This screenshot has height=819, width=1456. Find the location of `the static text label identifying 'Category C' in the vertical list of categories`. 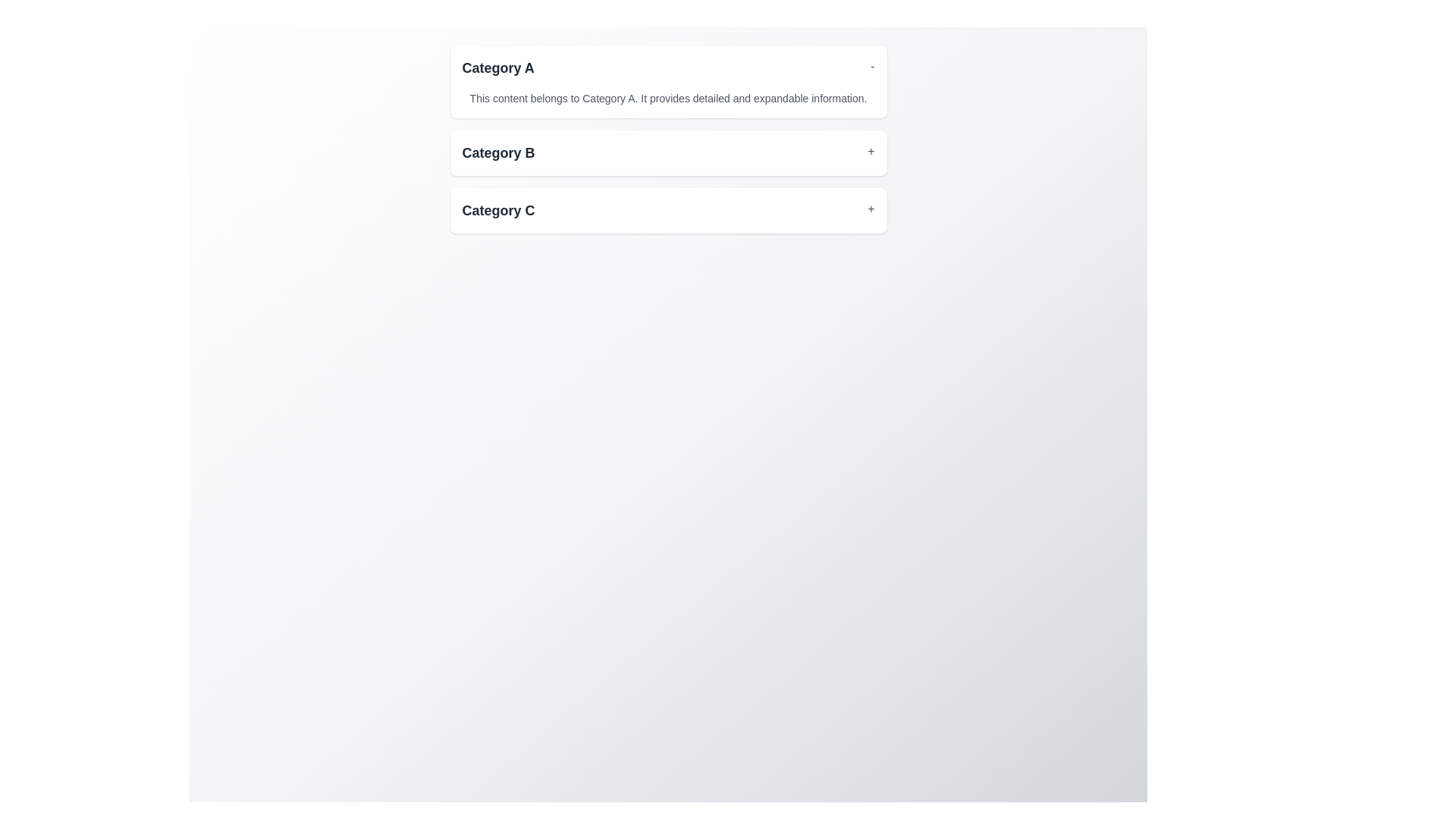

the static text label identifying 'Category C' in the vertical list of categories is located at coordinates (498, 210).